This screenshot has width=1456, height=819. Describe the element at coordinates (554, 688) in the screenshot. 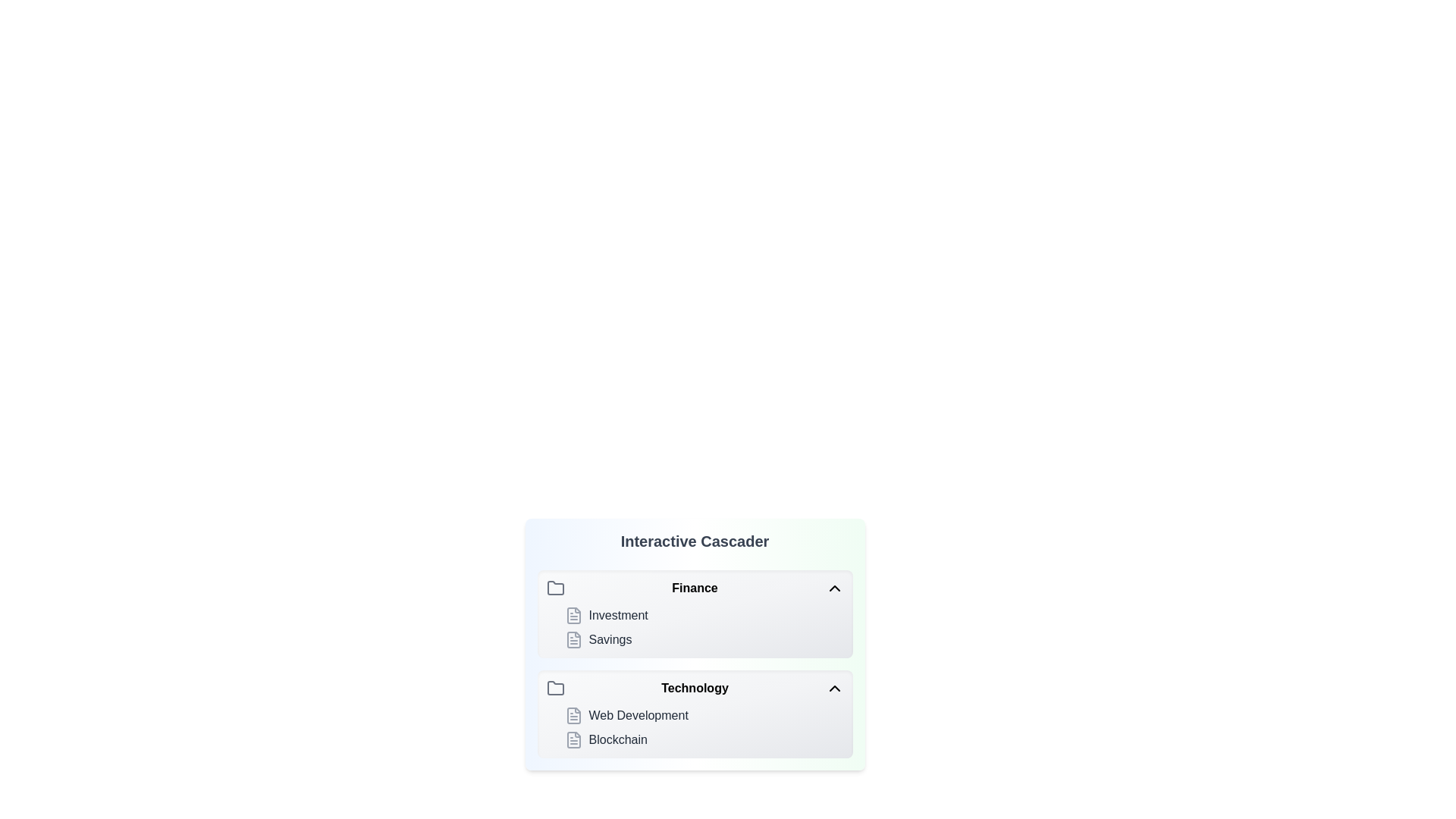

I see `the gray folder icon representing 'Technology', located in the bottom section of a two-part list, to the left of the label` at that location.